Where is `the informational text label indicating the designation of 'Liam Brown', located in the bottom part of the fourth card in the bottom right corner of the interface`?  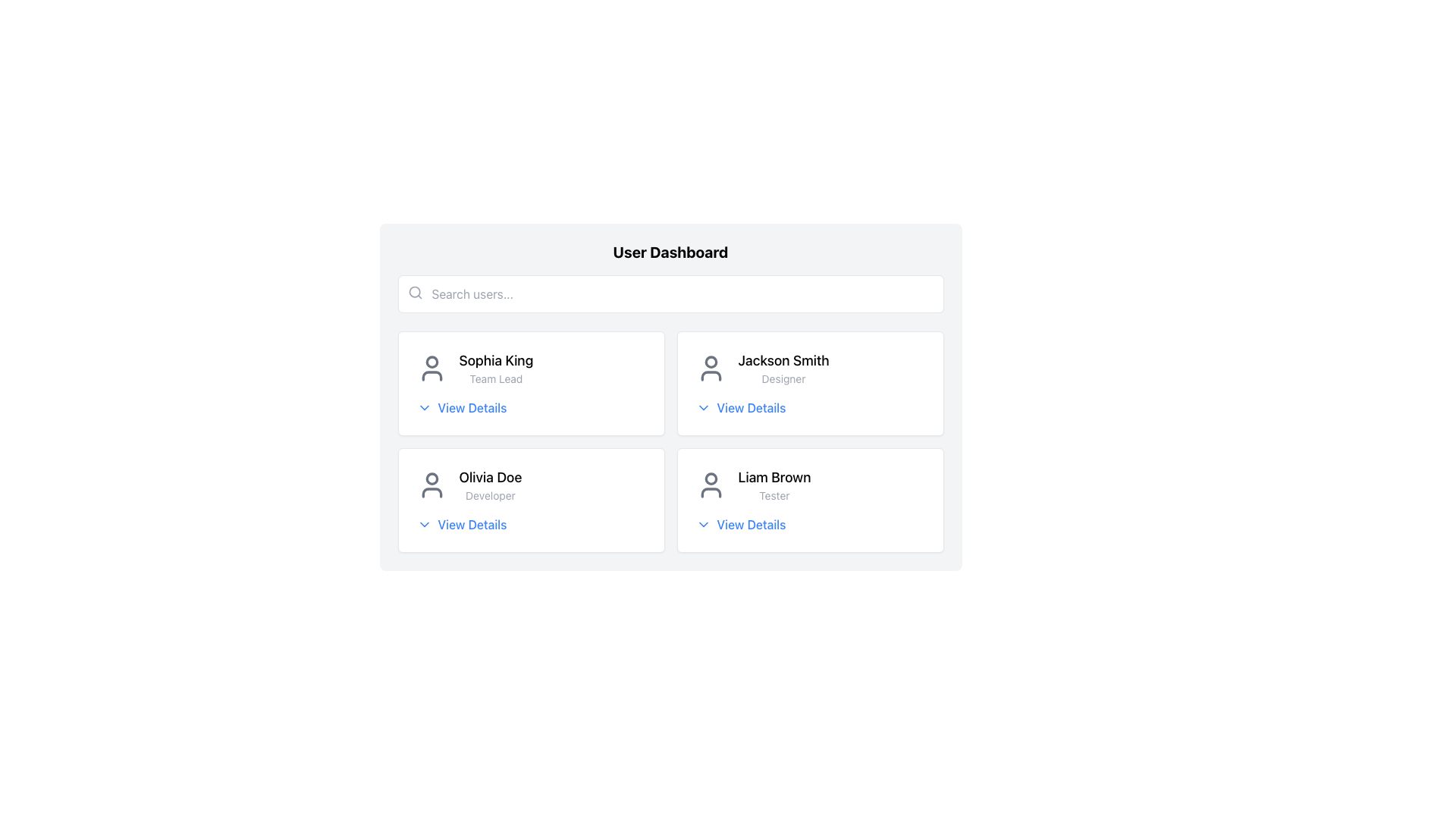
the informational text label indicating the designation of 'Liam Brown', located in the bottom part of the fourth card in the bottom right corner of the interface is located at coordinates (774, 496).